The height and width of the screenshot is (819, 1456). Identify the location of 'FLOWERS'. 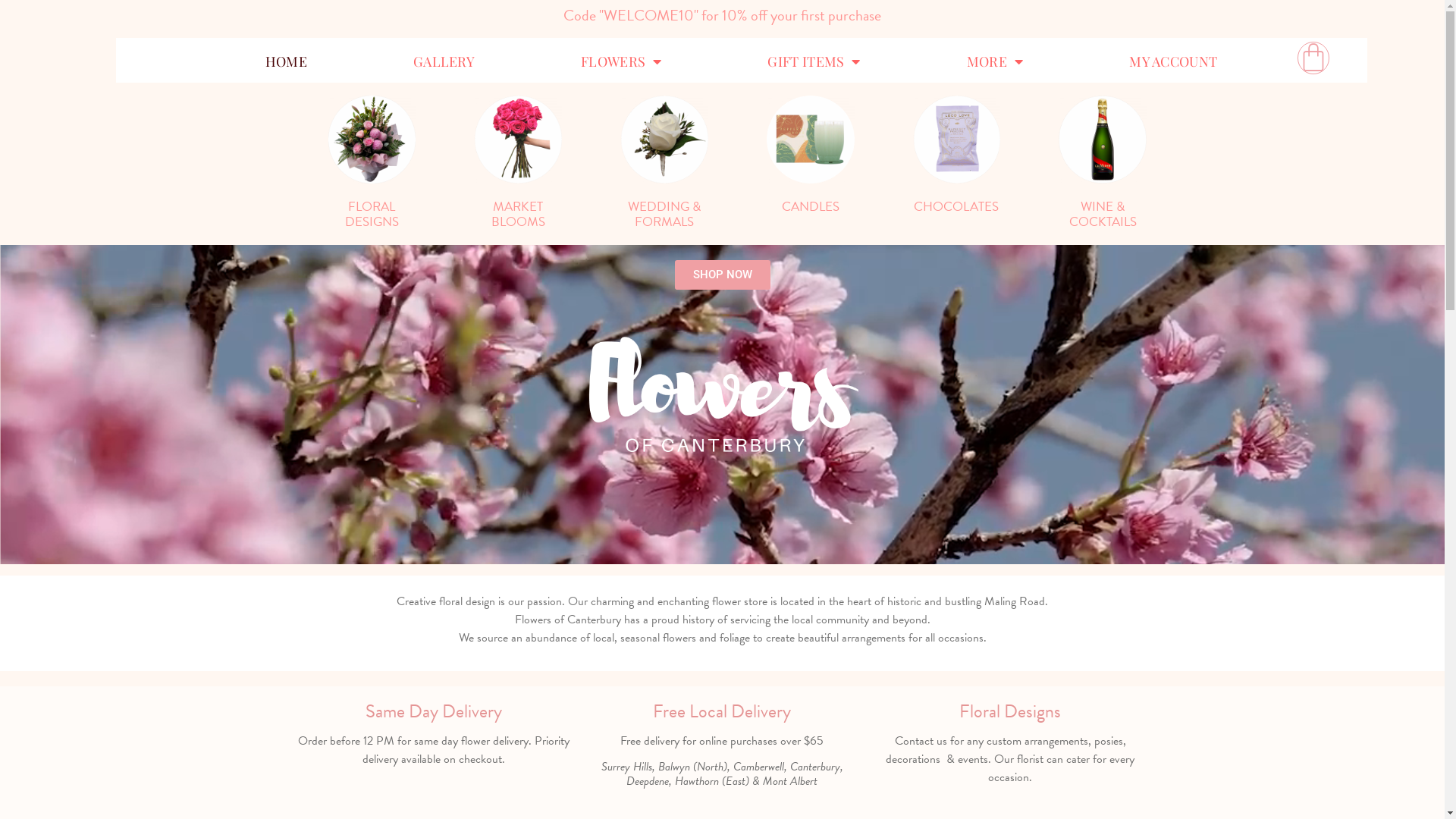
(621, 61).